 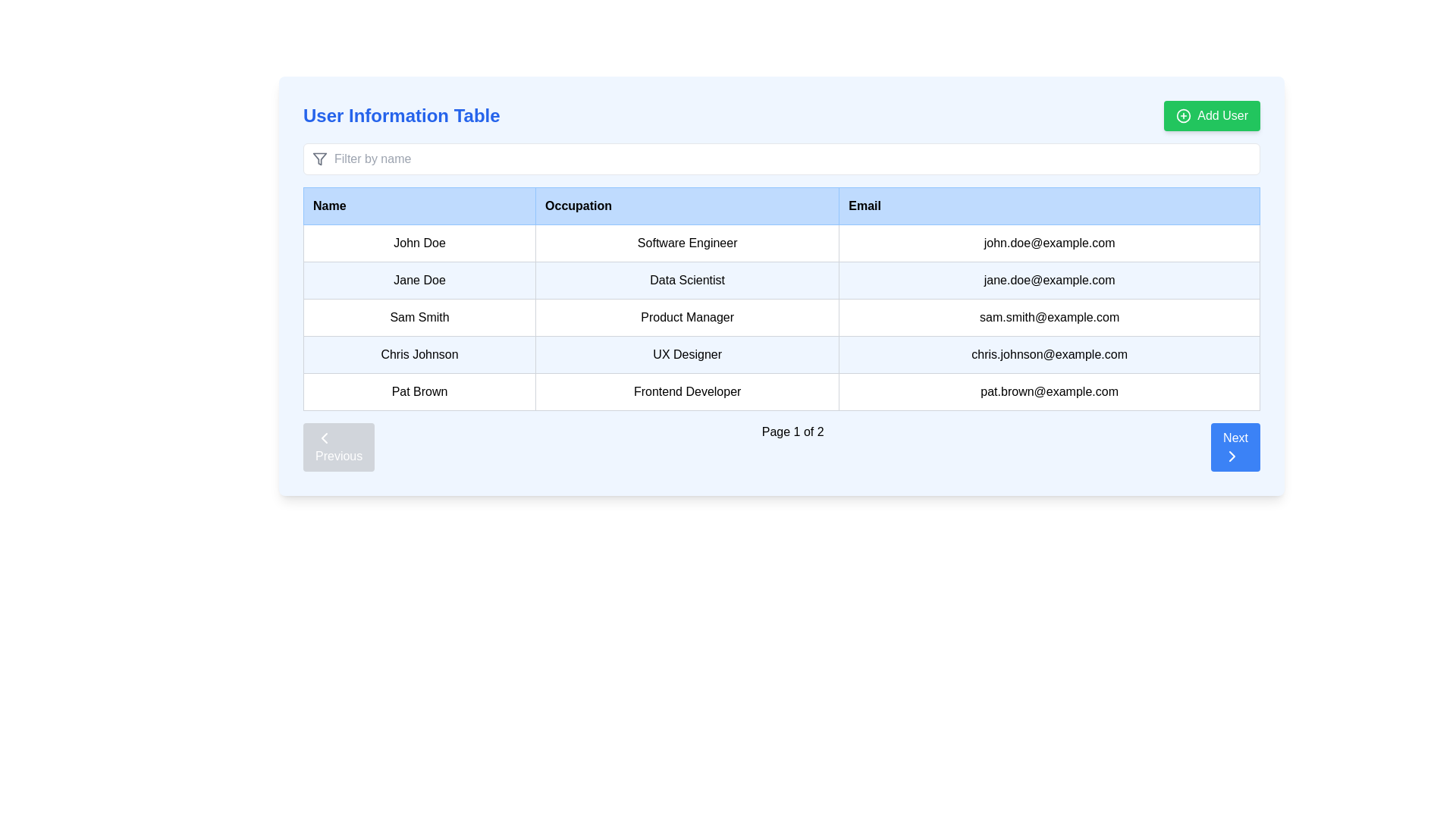 I want to click on the text label displaying 'Data Scientist' located in the second row of the table under the 'Occupation' column, which is aligned horizontally with 'Jane Doe' and 'jane.doe@example.com', so click(x=686, y=281).